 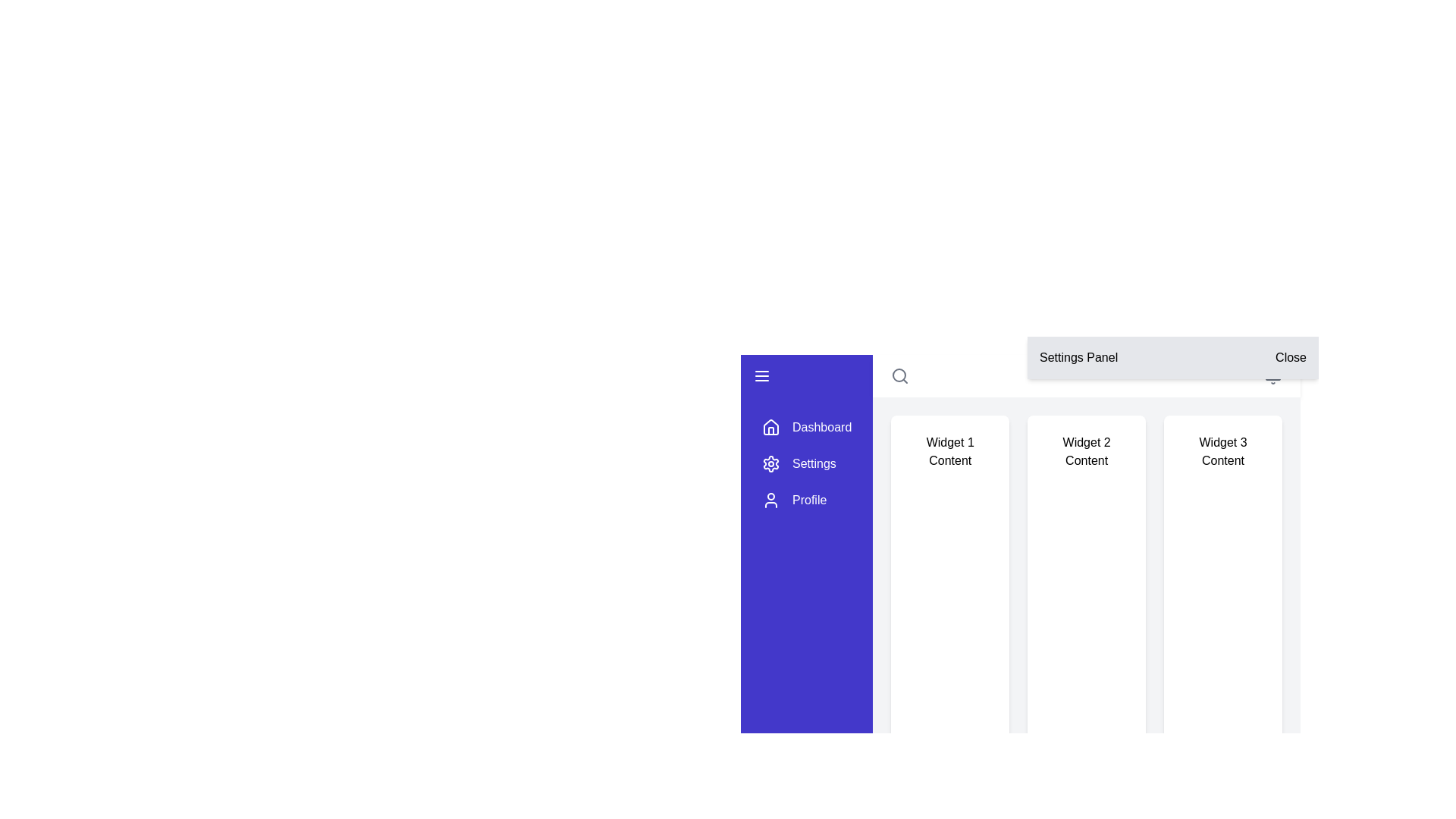 What do you see at coordinates (821, 427) in the screenshot?
I see `the 'Dashboard' text label in the left navigation bar` at bounding box center [821, 427].